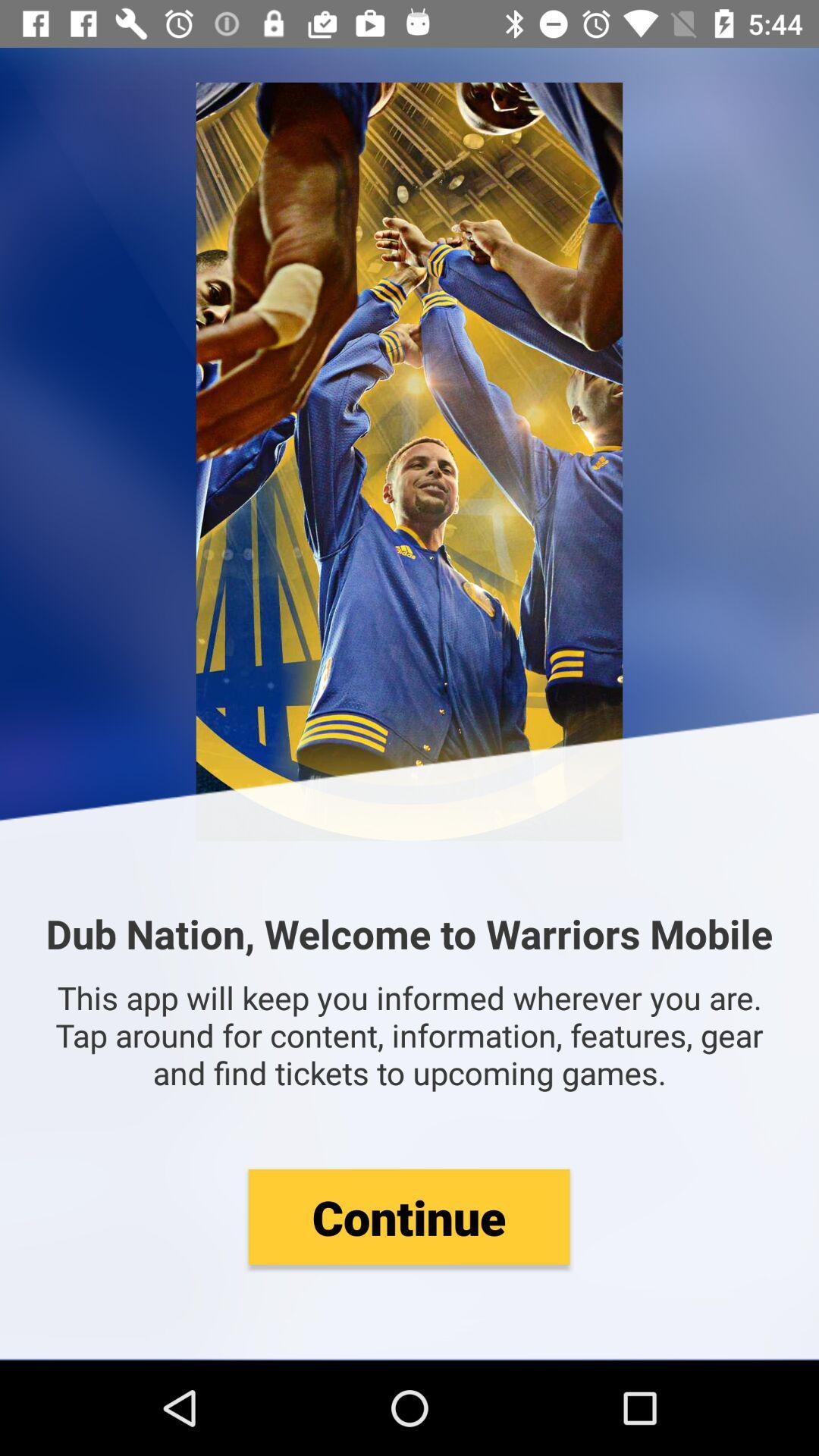 This screenshot has height=1456, width=819. Describe the element at coordinates (408, 1216) in the screenshot. I see `the continue item` at that location.